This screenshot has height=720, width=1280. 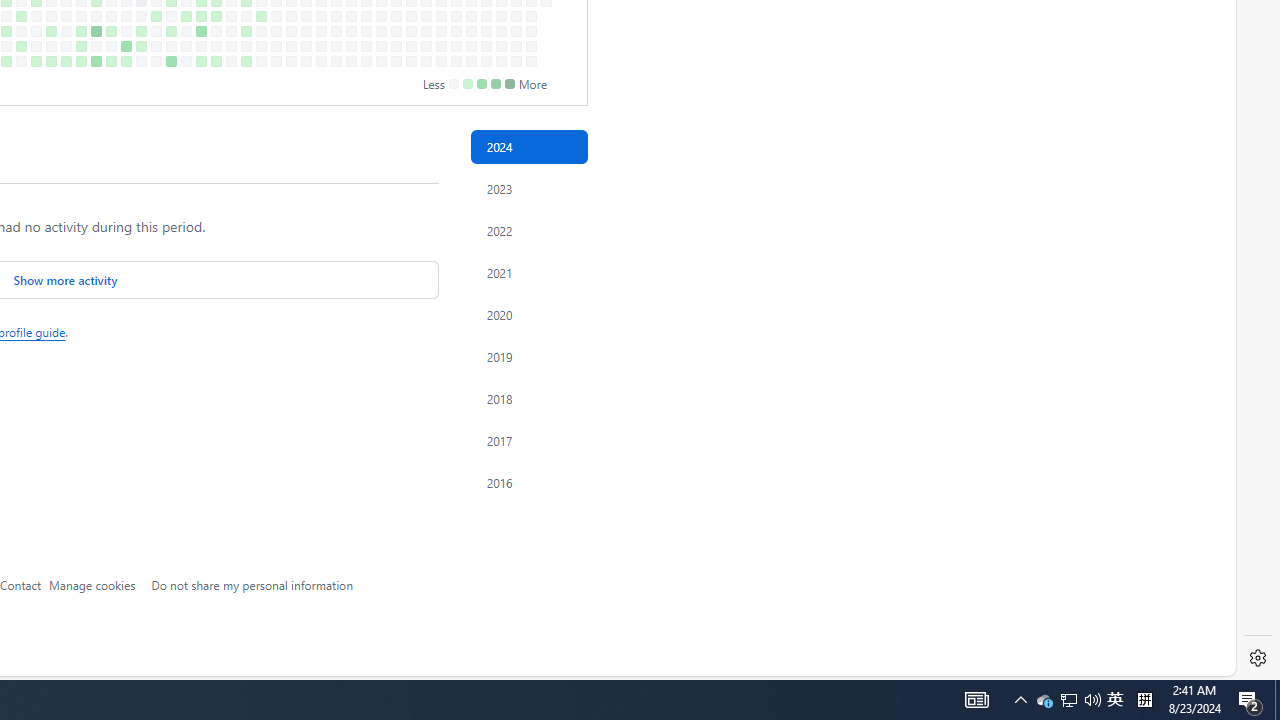 What do you see at coordinates (251, 584) in the screenshot?
I see `'Do not share my personal information'` at bounding box center [251, 584].